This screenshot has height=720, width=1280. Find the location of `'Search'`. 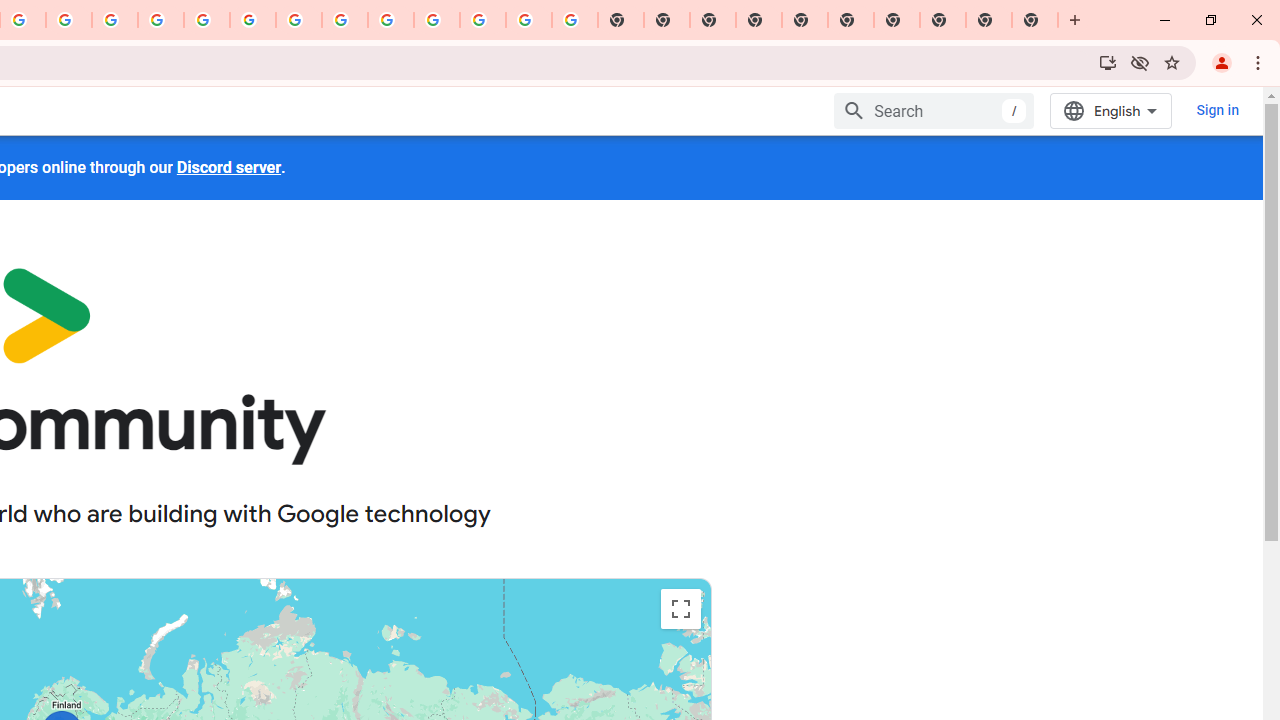

'Search' is located at coordinates (934, 110).